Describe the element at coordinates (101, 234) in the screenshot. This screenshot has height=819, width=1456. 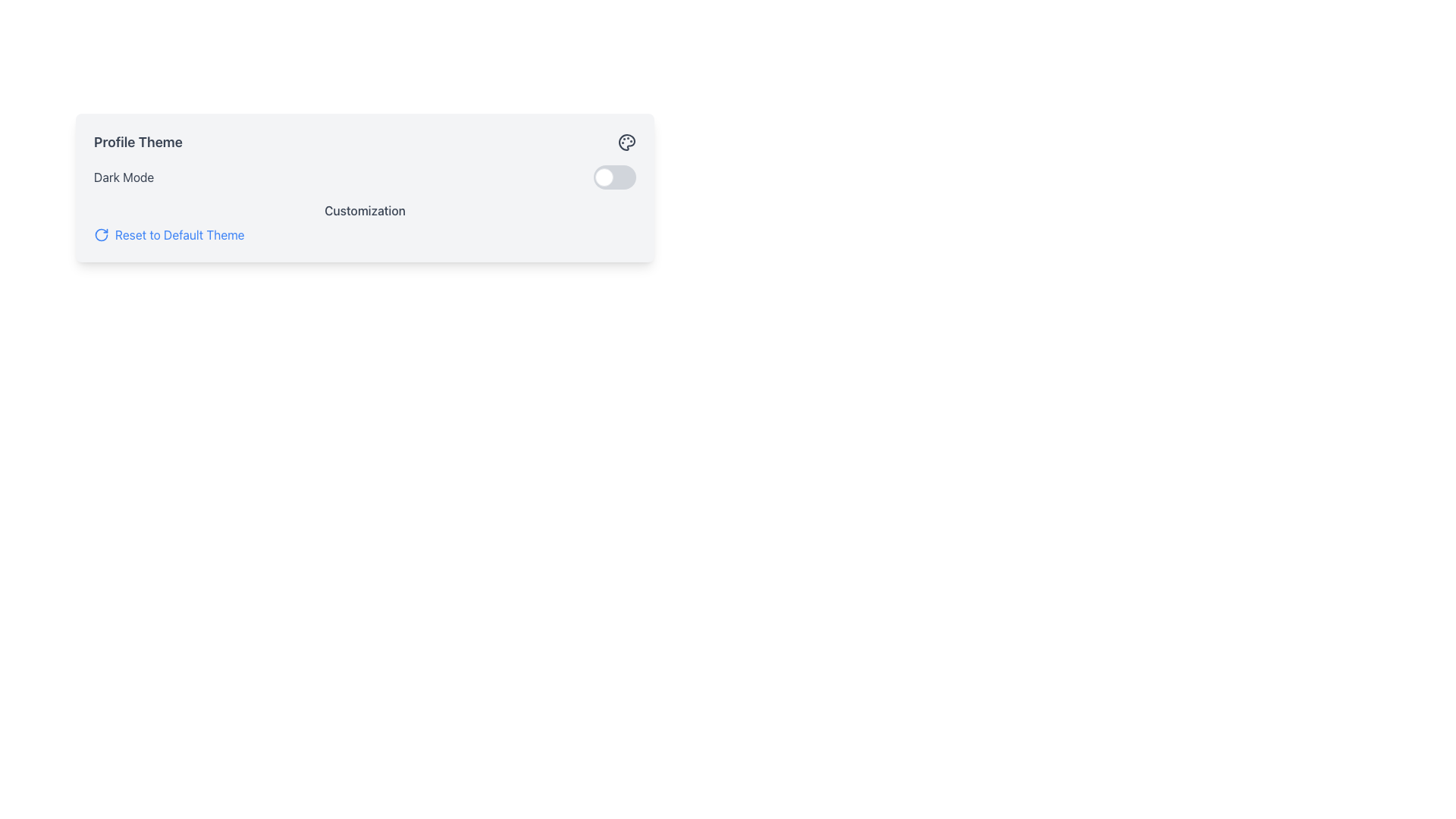
I see `the circular arrow icon located to the left of the text 'Reset to Default Theme' within the 'Profile Theme' card` at that location.